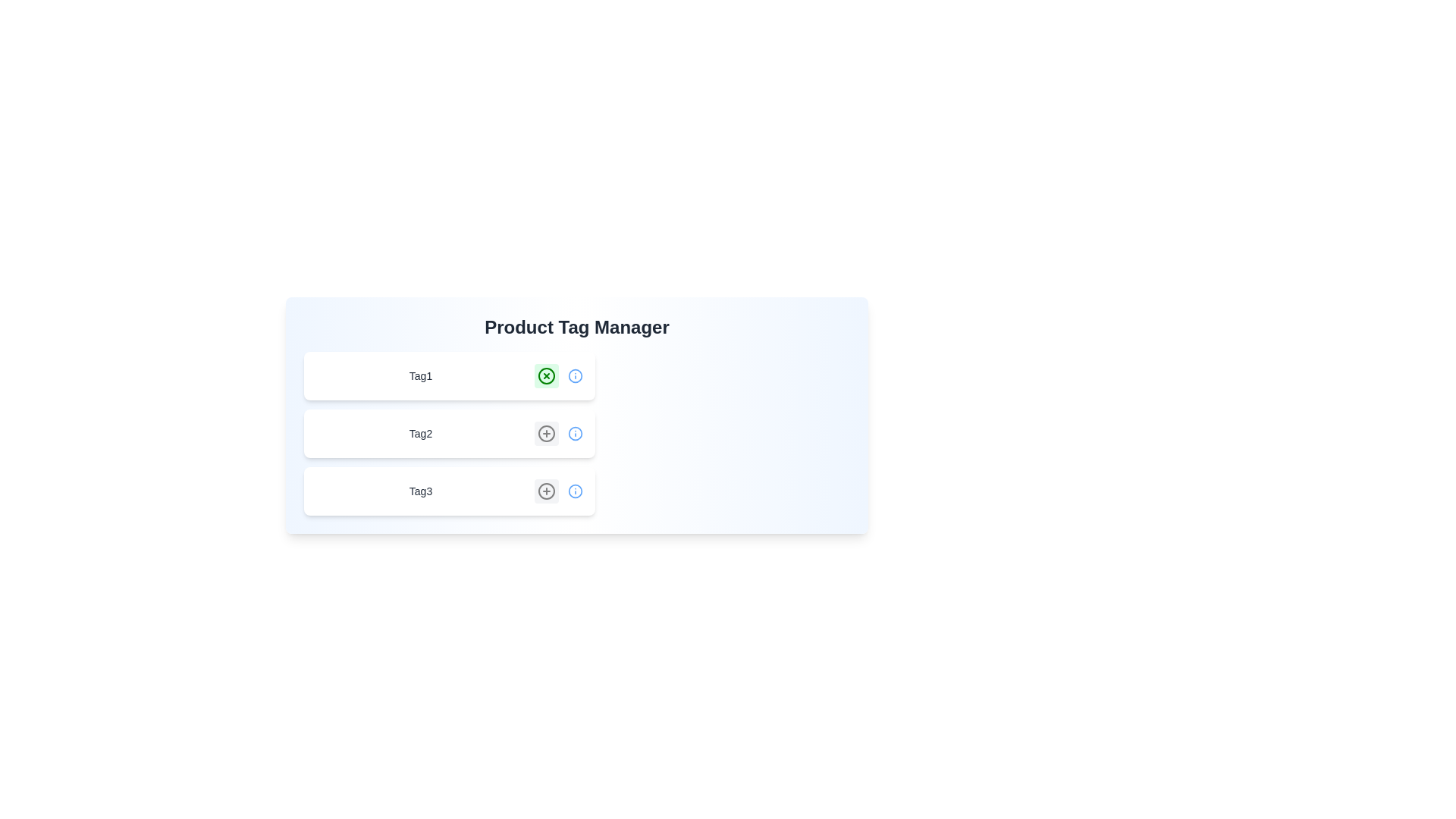 This screenshot has width=1456, height=819. What do you see at coordinates (546, 375) in the screenshot?
I see `the tag Tag1` at bounding box center [546, 375].